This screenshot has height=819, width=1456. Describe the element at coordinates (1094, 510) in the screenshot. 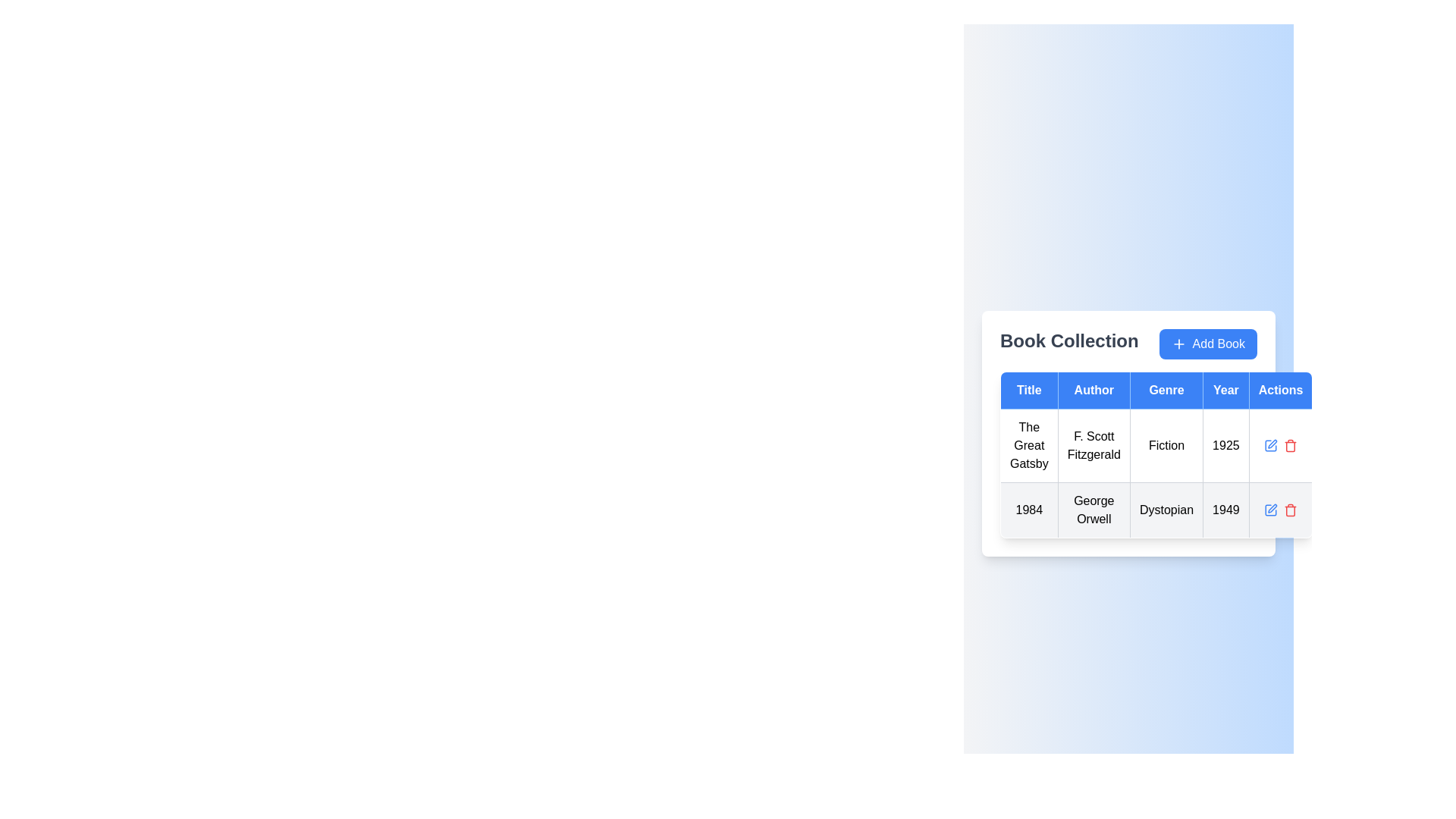

I see `the Text Display Field that shows the author of the book '1984', located in the second cell under the 'Author' header in the table` at that location.